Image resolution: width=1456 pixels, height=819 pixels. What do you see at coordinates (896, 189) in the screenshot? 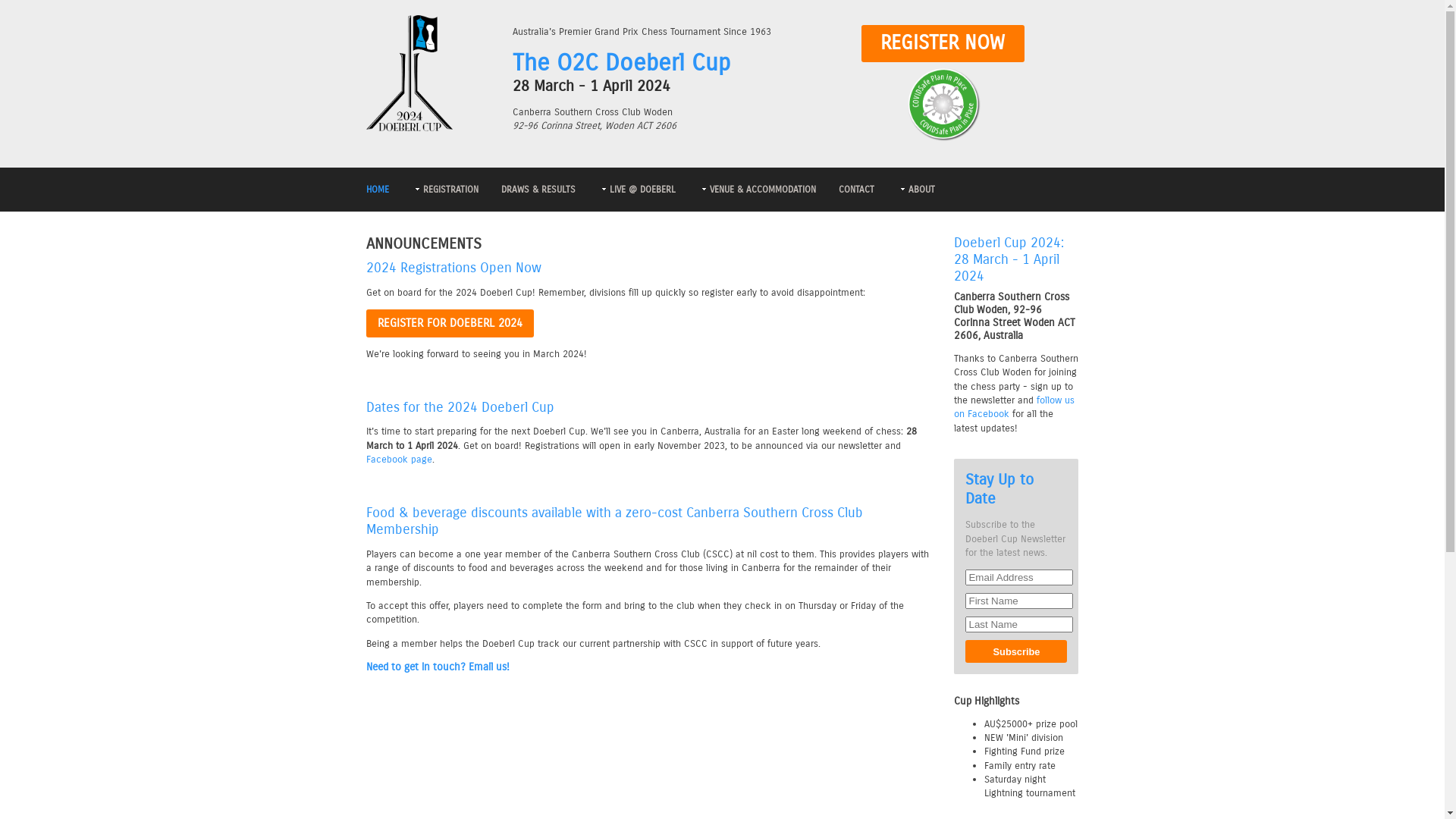
I see `'ABOUT'` at bounding box center [896, 189].